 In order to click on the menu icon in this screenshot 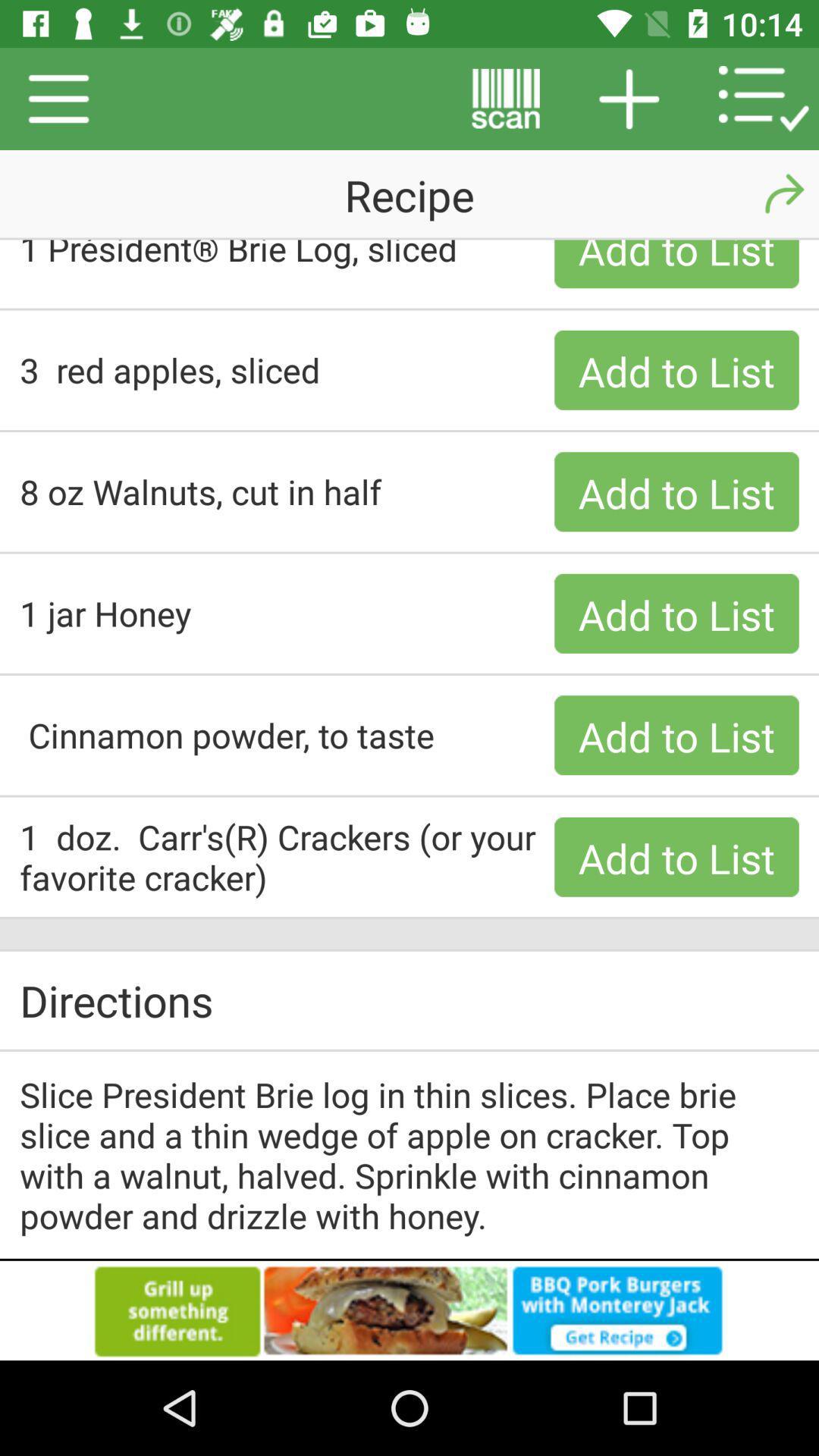, I will do `click(58, 98)`.